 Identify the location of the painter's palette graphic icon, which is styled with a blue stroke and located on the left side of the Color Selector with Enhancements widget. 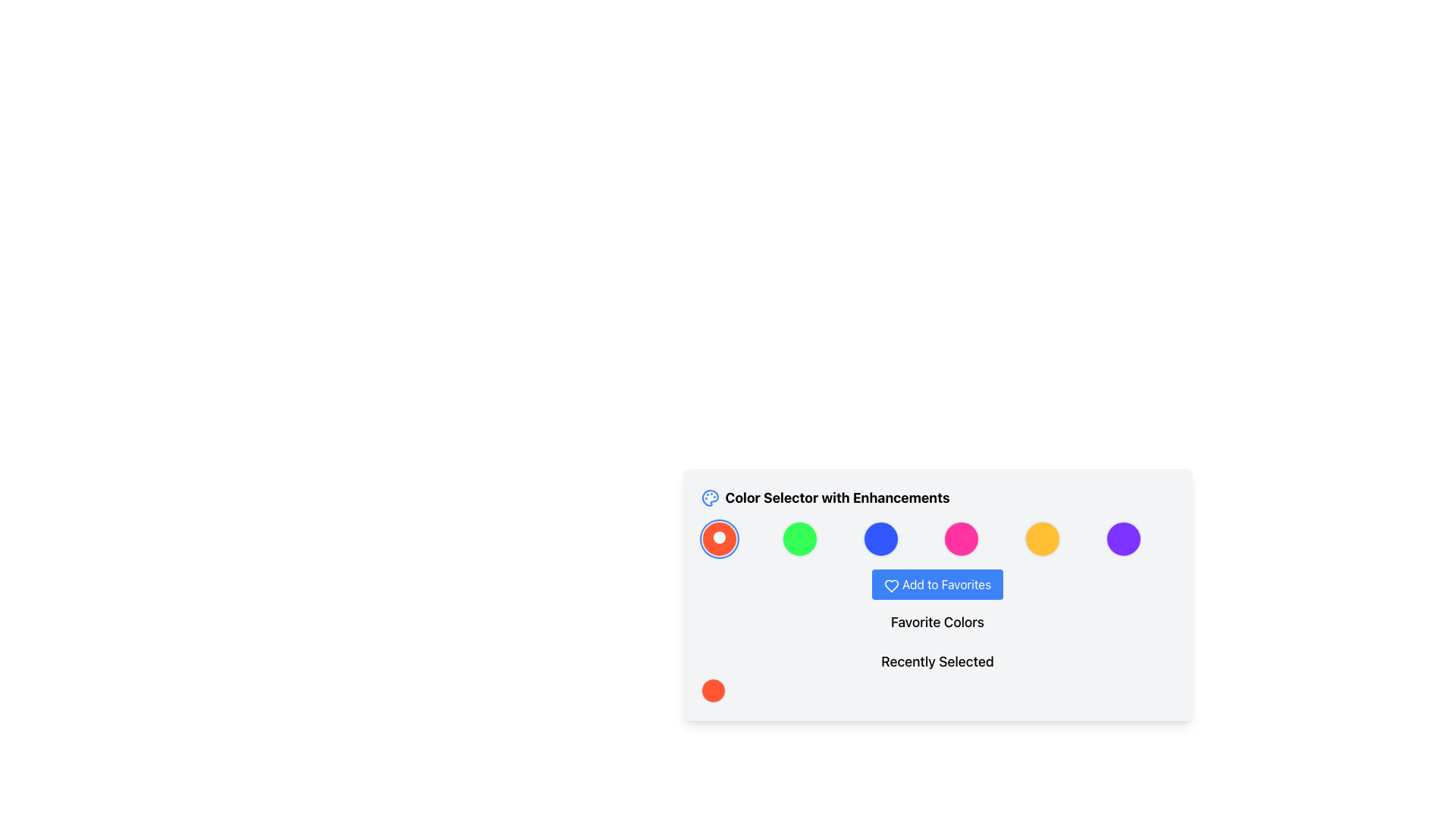
(709, 497).